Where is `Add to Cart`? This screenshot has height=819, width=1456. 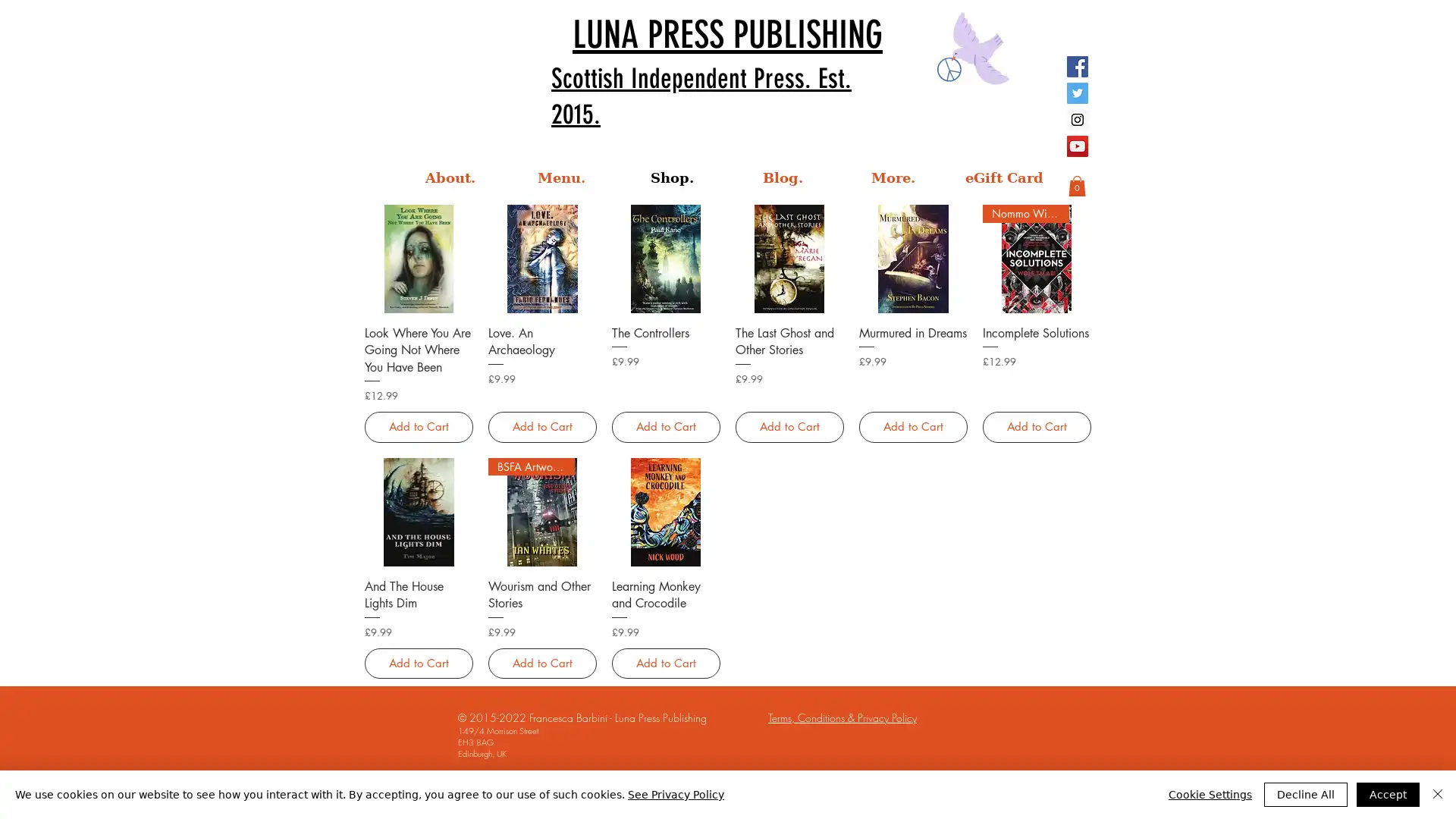
Add to Cart is located at coordinates (541, 427).